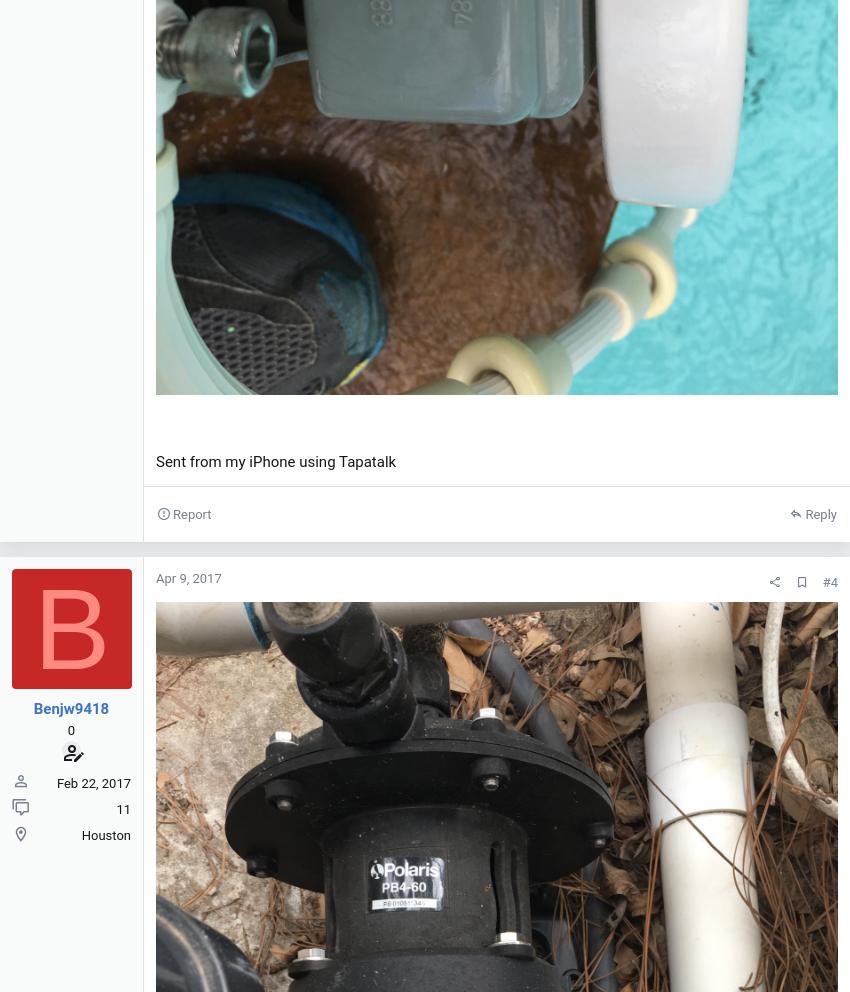 The width and height of the screenshot is (850, 992). I want to click on 'Feb 22, 2017', so click(92, 781).